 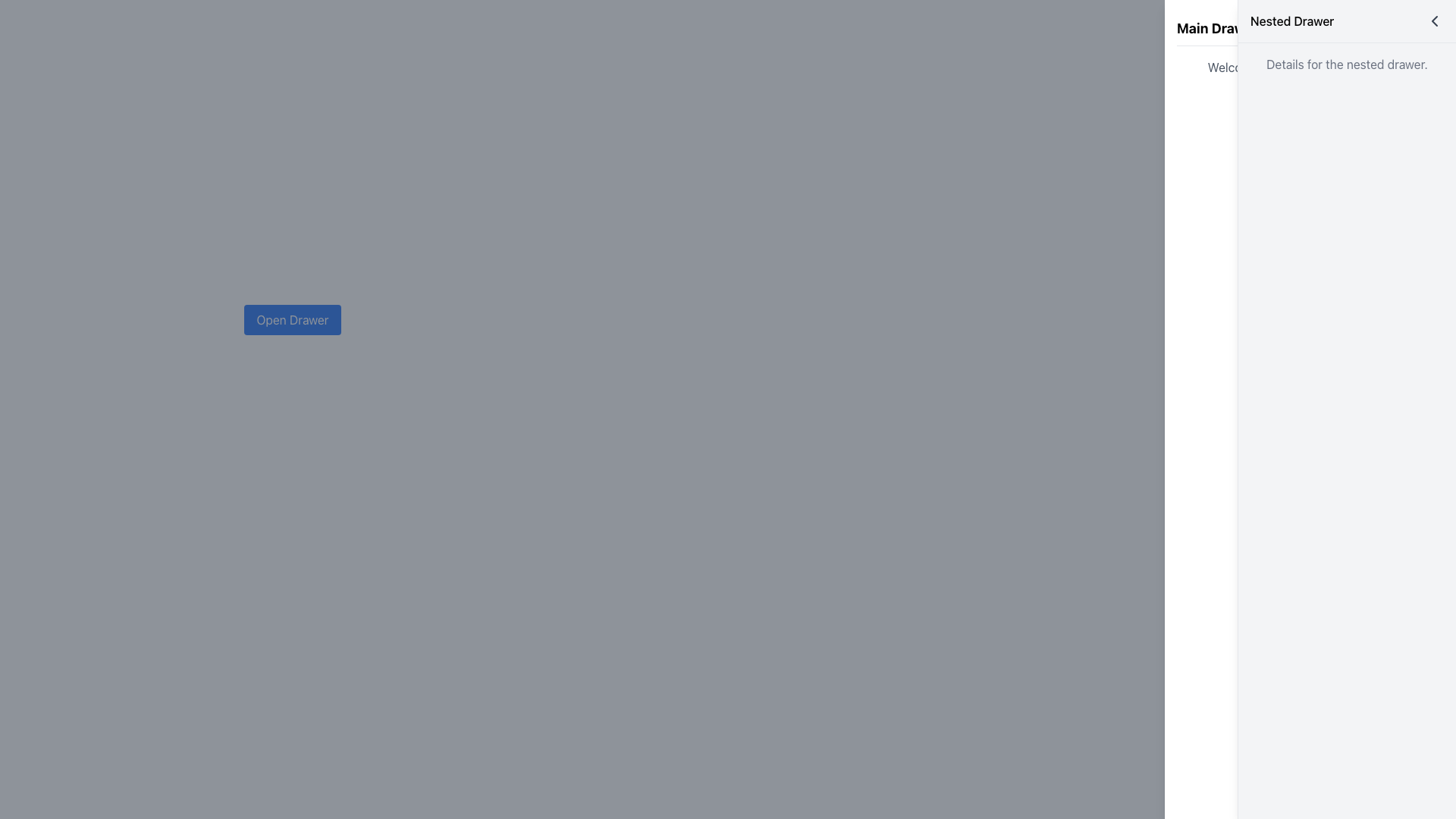 What do you see at coordinates (1433, 29) in the screenshot?
I see `the bottom-left to top-right diagonal line of the close icon in the top-right corner of the Nested Drawer interface` at bounding box center [1433, 29].